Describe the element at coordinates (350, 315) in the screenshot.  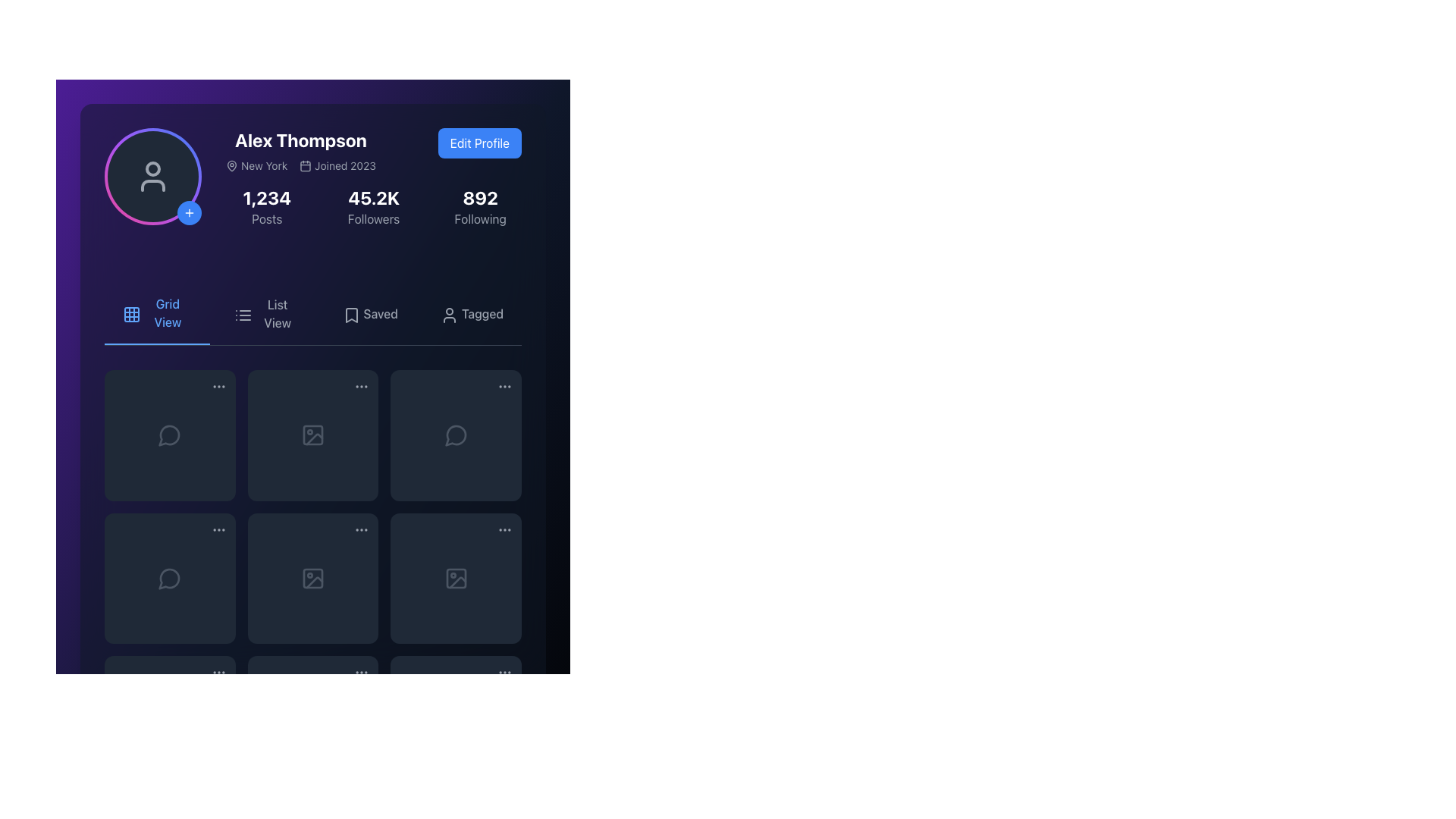
I see `the bookmark icon, which is a stylized outline of a bookmark adjacent to the 'Saved' label in the navigation options on the user's dashboard interface` at that location.